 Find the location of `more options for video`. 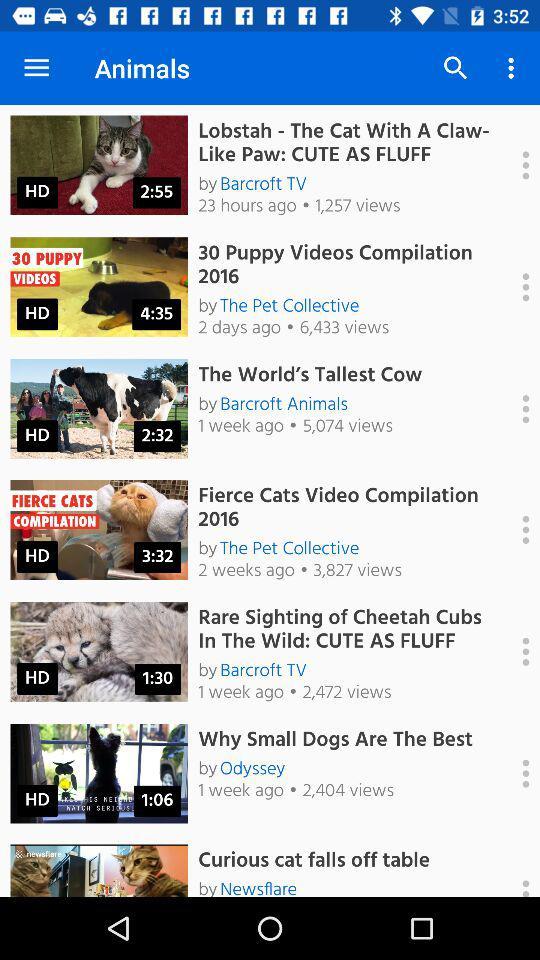

more options for video is located at coordinates (515, 286).